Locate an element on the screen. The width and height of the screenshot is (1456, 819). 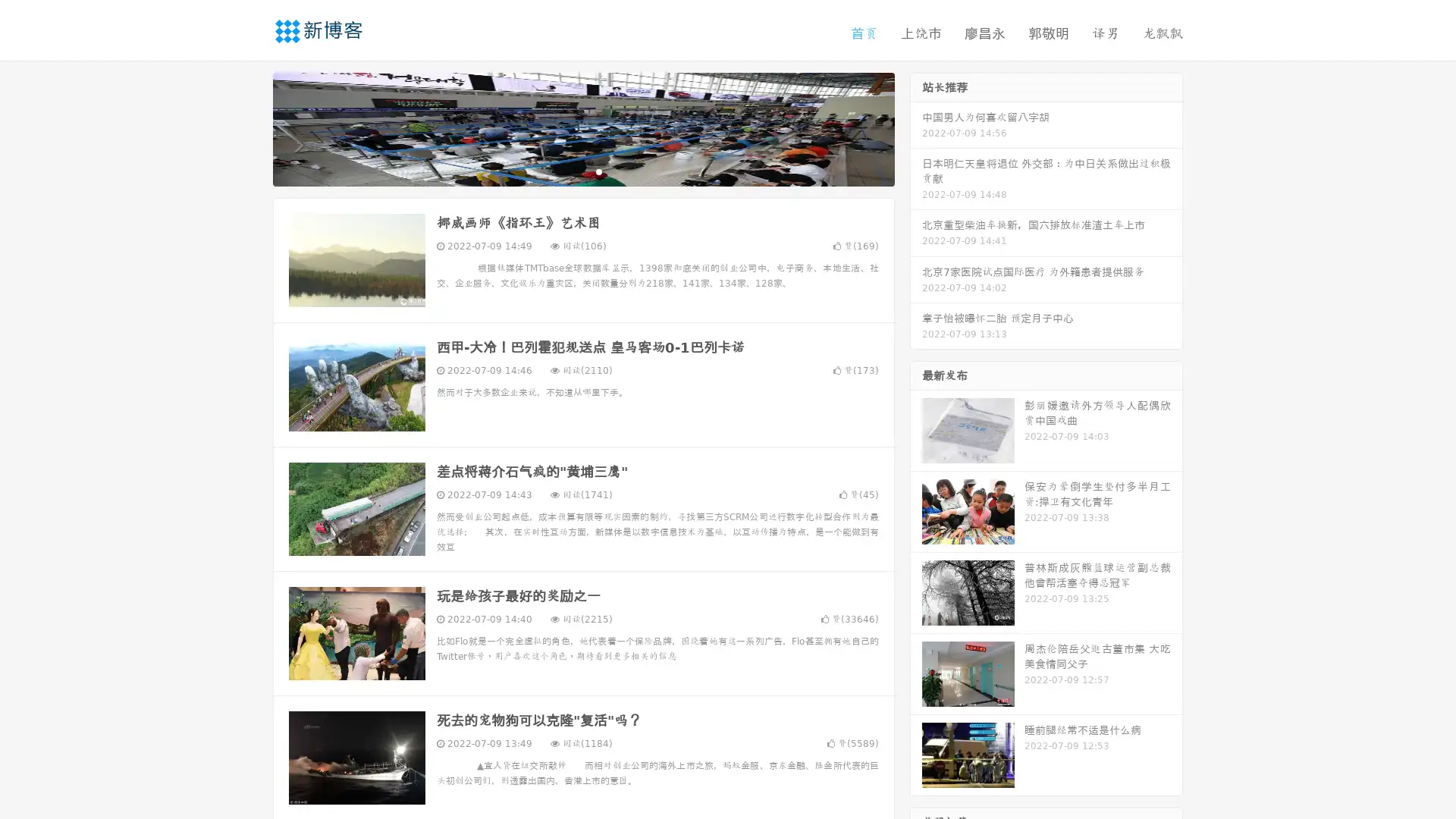
Next slide is located at coordinates (916, 127).